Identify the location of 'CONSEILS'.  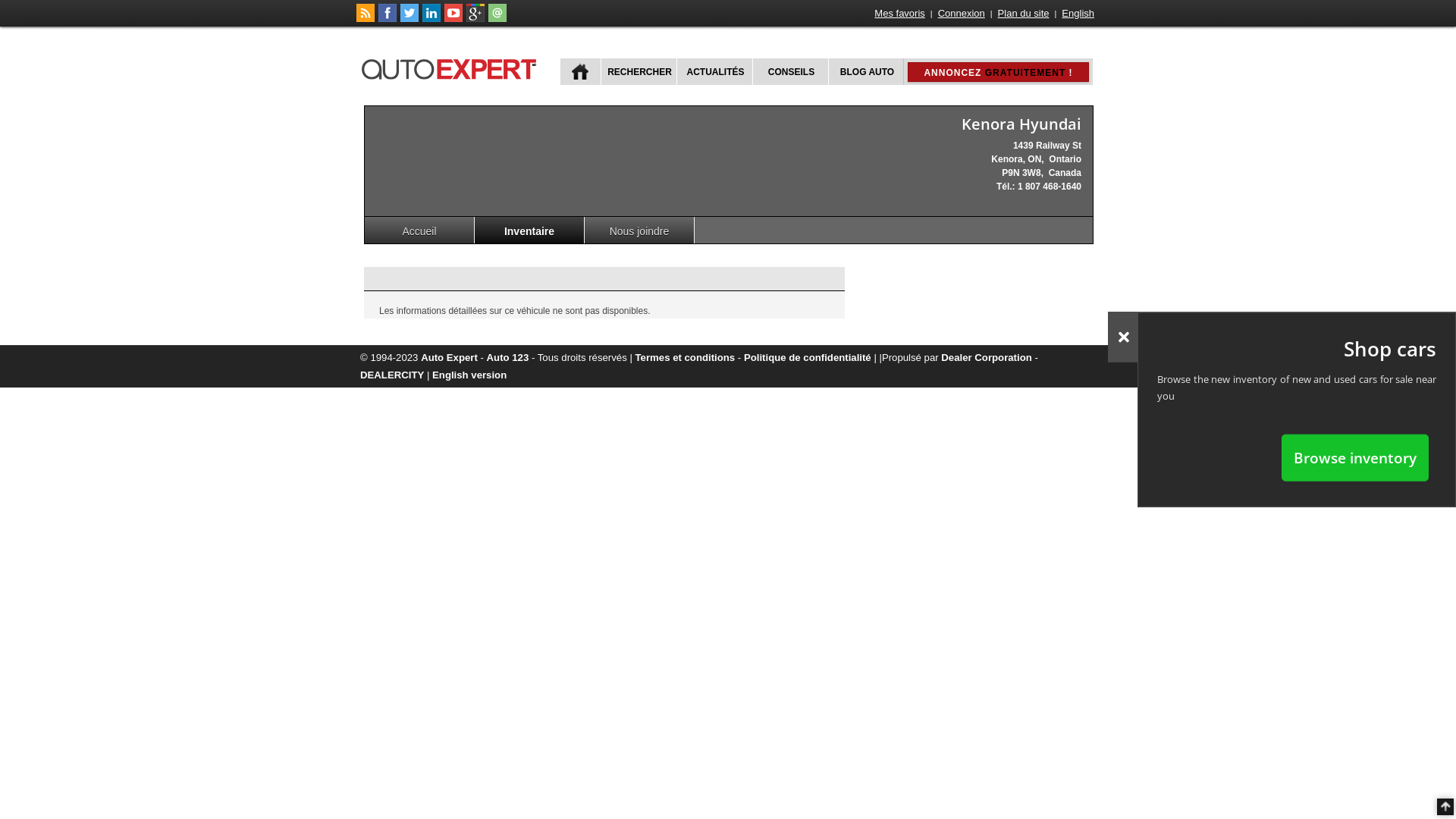
(789, 71).